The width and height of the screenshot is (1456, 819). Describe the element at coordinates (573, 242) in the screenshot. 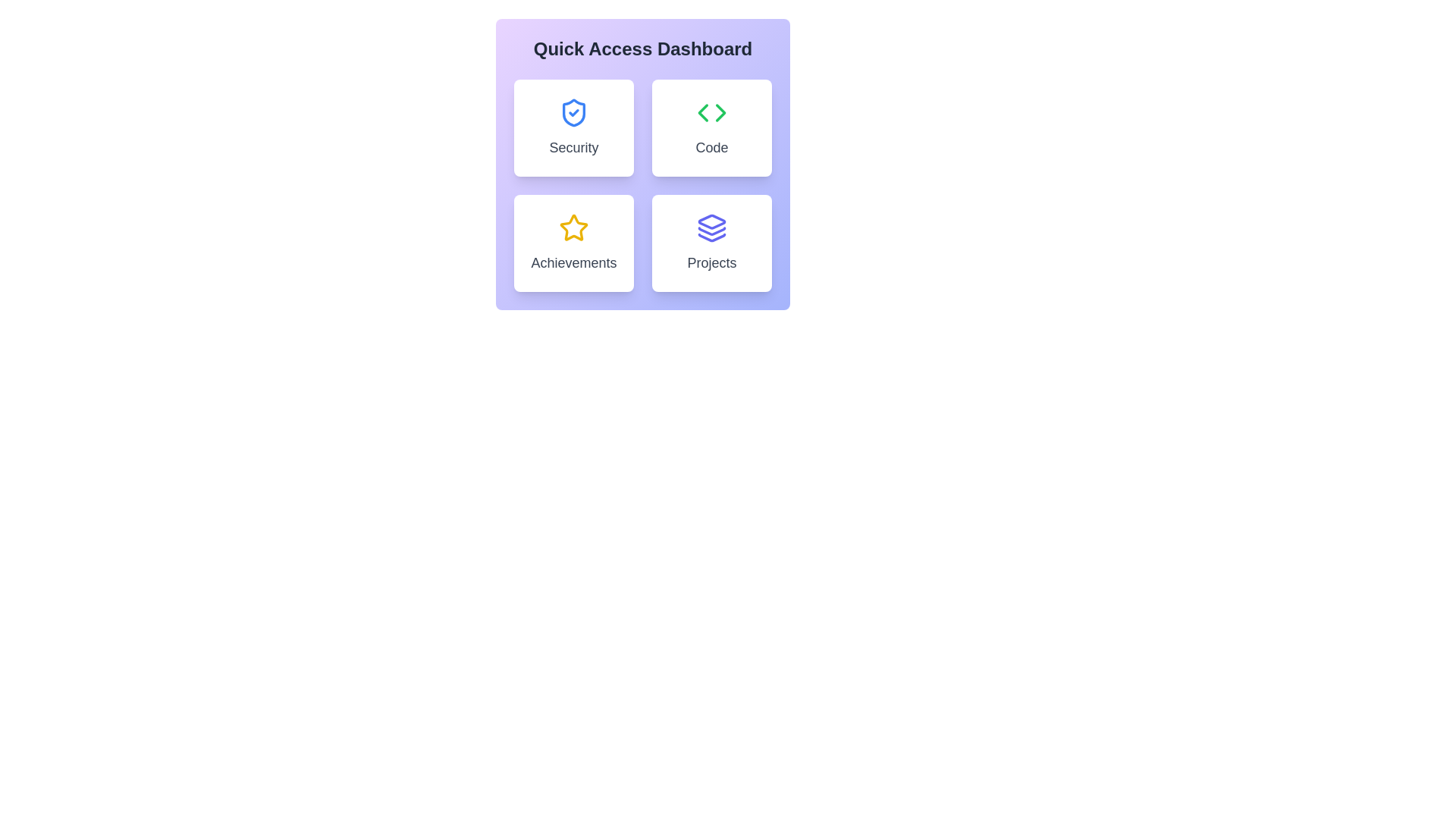

I see `the Card component located` at that location.